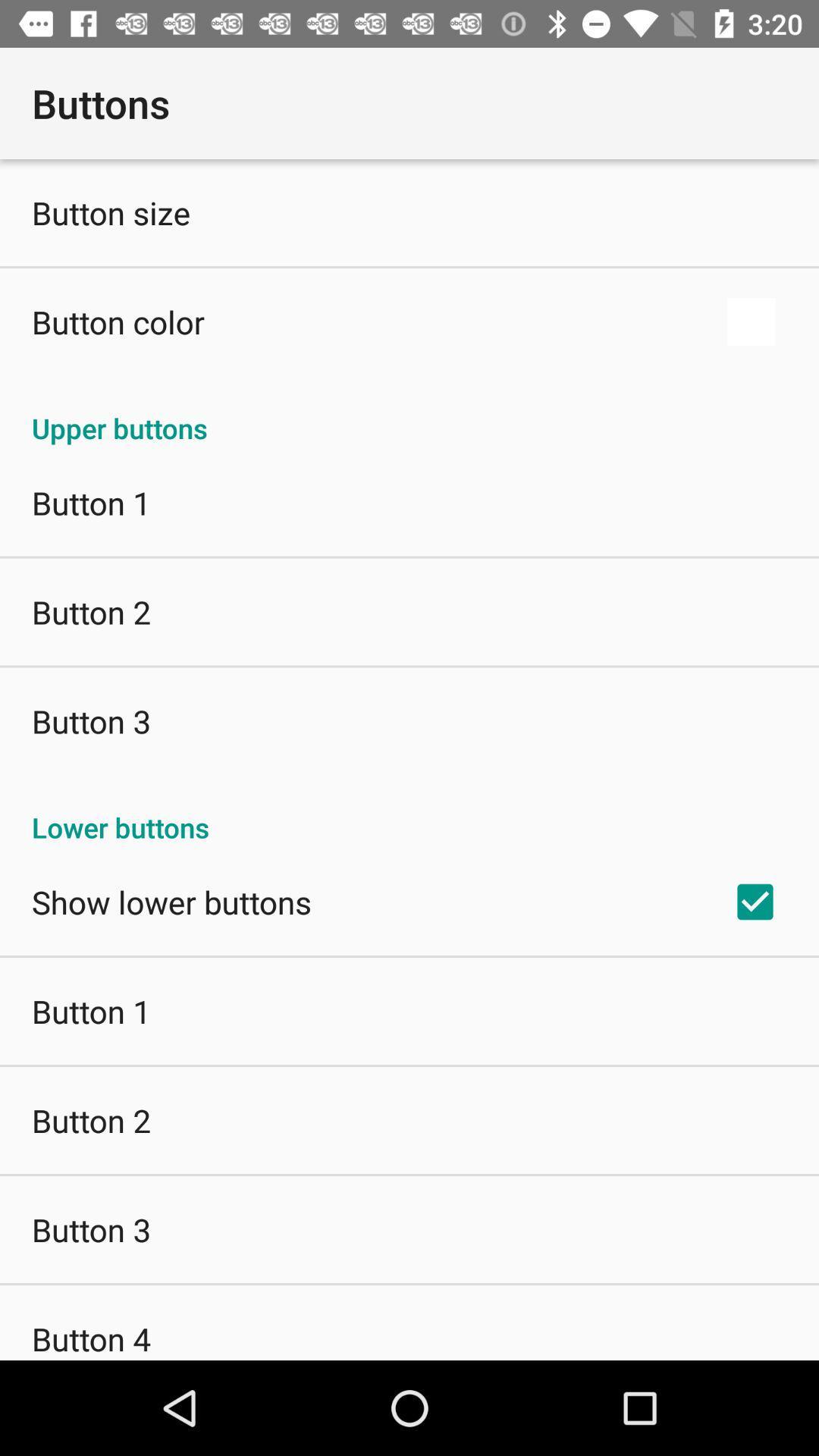 The image size is (819, 1456). I want to click on app to the right of button color app, so click(751, 321).